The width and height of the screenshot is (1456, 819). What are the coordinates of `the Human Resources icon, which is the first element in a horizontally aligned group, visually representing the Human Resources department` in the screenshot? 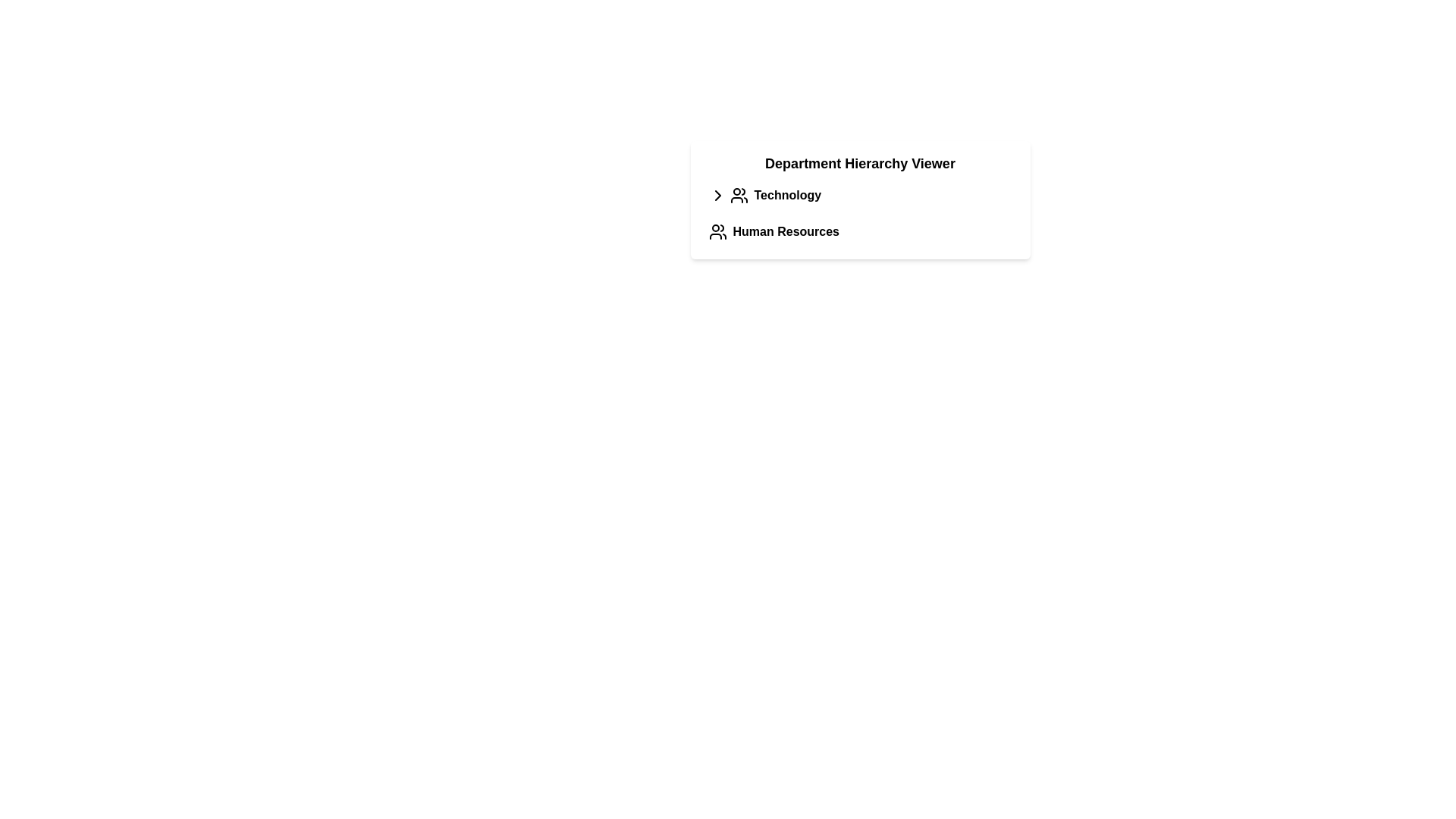 It's located at (717, 231).